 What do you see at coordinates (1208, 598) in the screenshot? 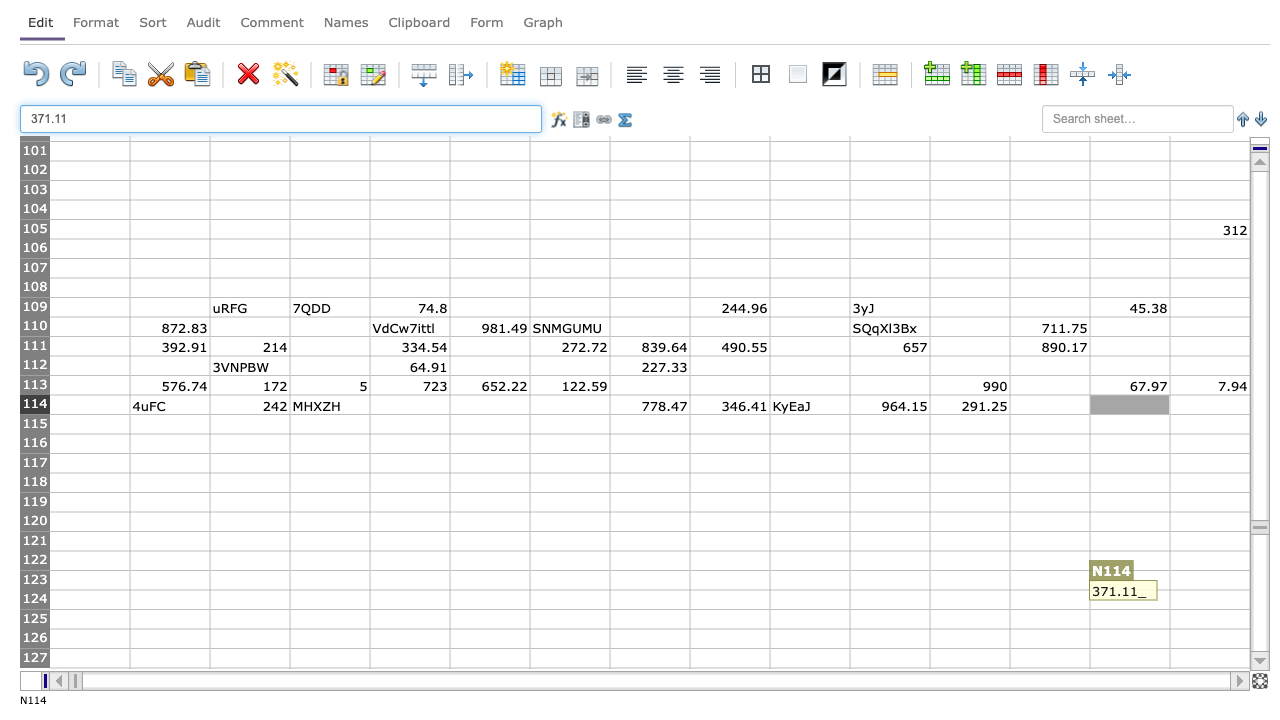
I see `O124` at bounding box center [1208, 598].